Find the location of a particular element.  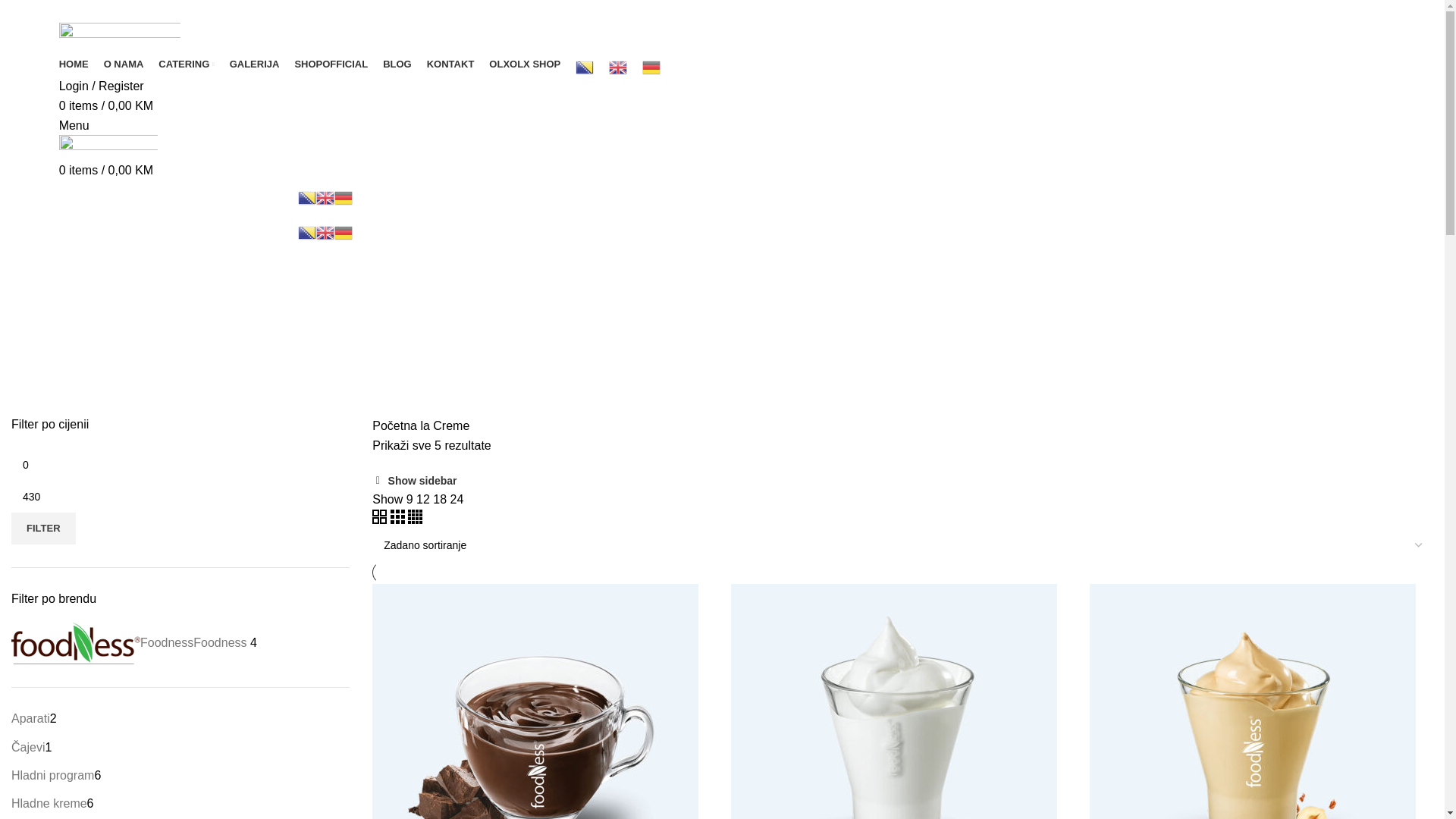

'Aparati' is located at coordinates (30, 717).